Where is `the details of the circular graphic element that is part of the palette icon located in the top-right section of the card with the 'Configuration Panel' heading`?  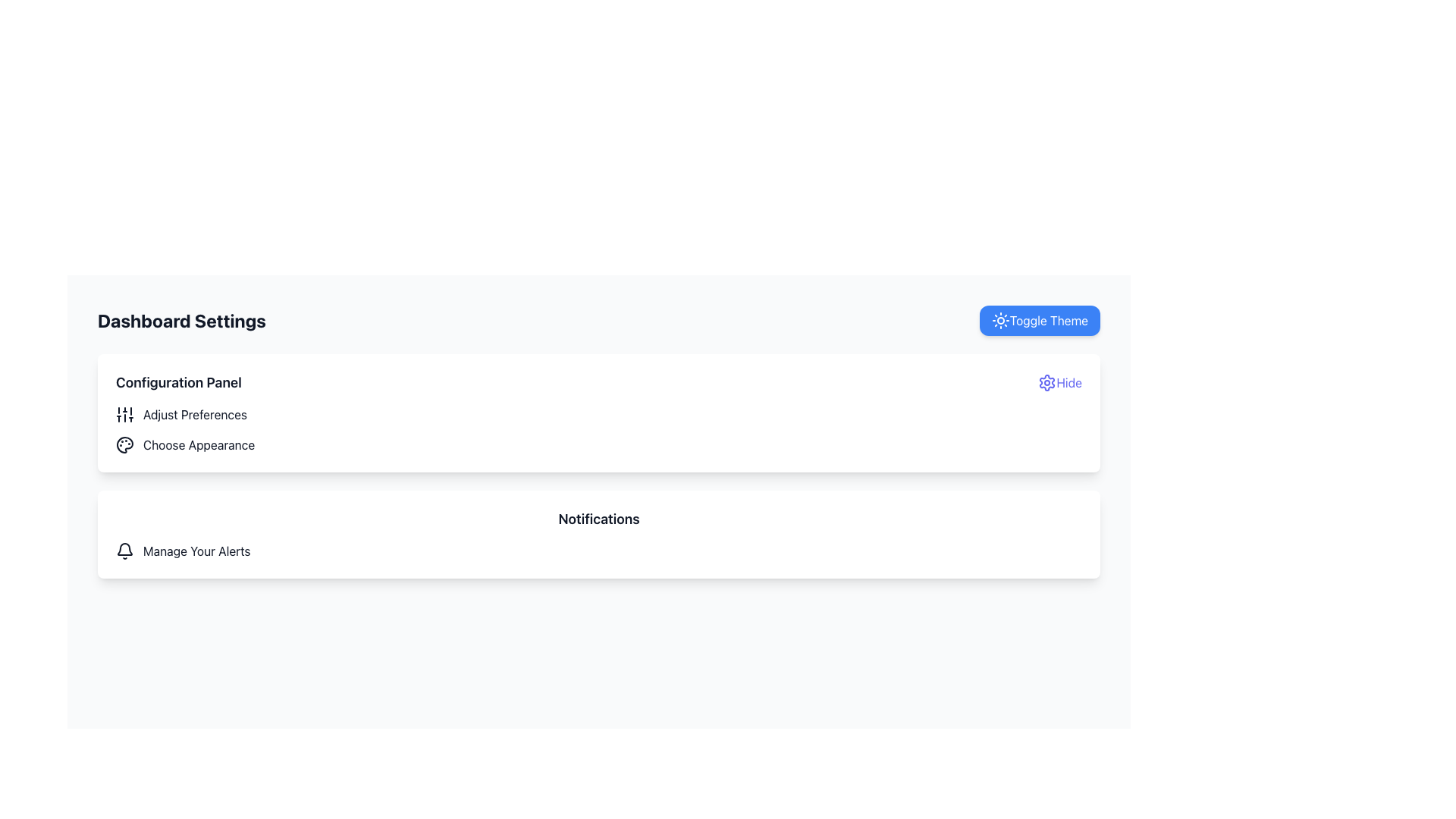 the details of the circular graphic element that is part of the palette icon located in the top-right section of the card with the 'Configuration Panel' heading is located at coordinates (124, 444).